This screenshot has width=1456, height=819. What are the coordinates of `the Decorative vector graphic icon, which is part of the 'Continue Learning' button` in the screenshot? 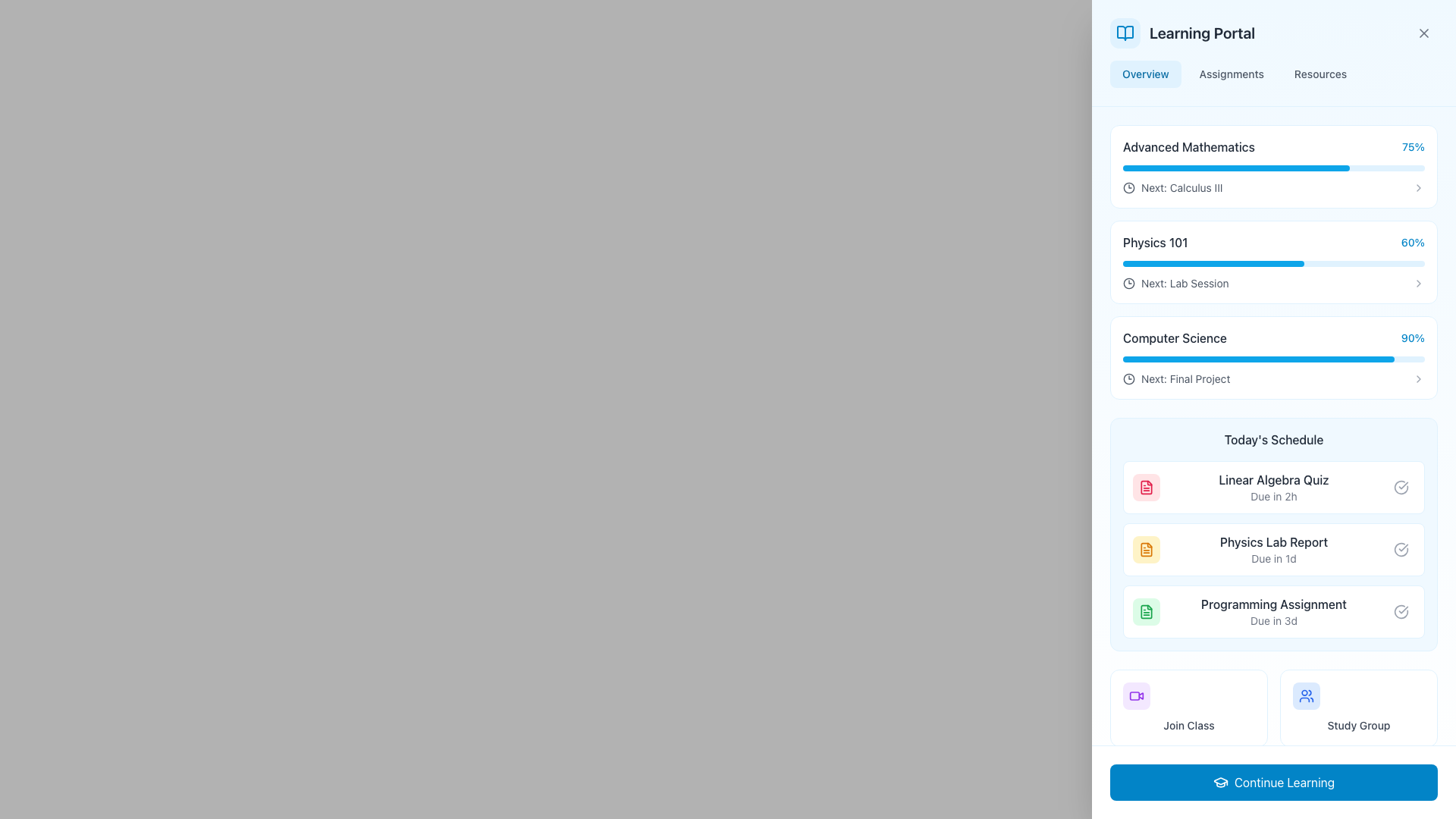 It's located at (1306, 785).